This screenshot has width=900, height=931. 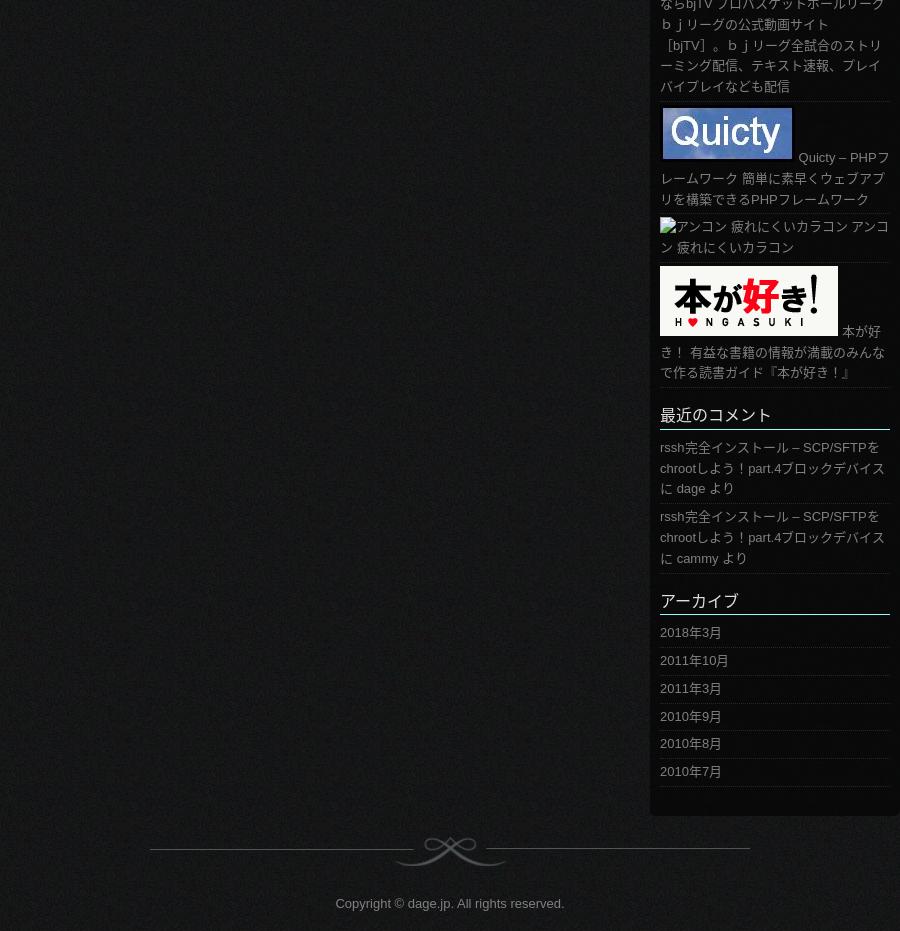 What do you see at coordinates (689, 488) in the screenshot?
I see `'dage'` at bounding box center [689, 488].